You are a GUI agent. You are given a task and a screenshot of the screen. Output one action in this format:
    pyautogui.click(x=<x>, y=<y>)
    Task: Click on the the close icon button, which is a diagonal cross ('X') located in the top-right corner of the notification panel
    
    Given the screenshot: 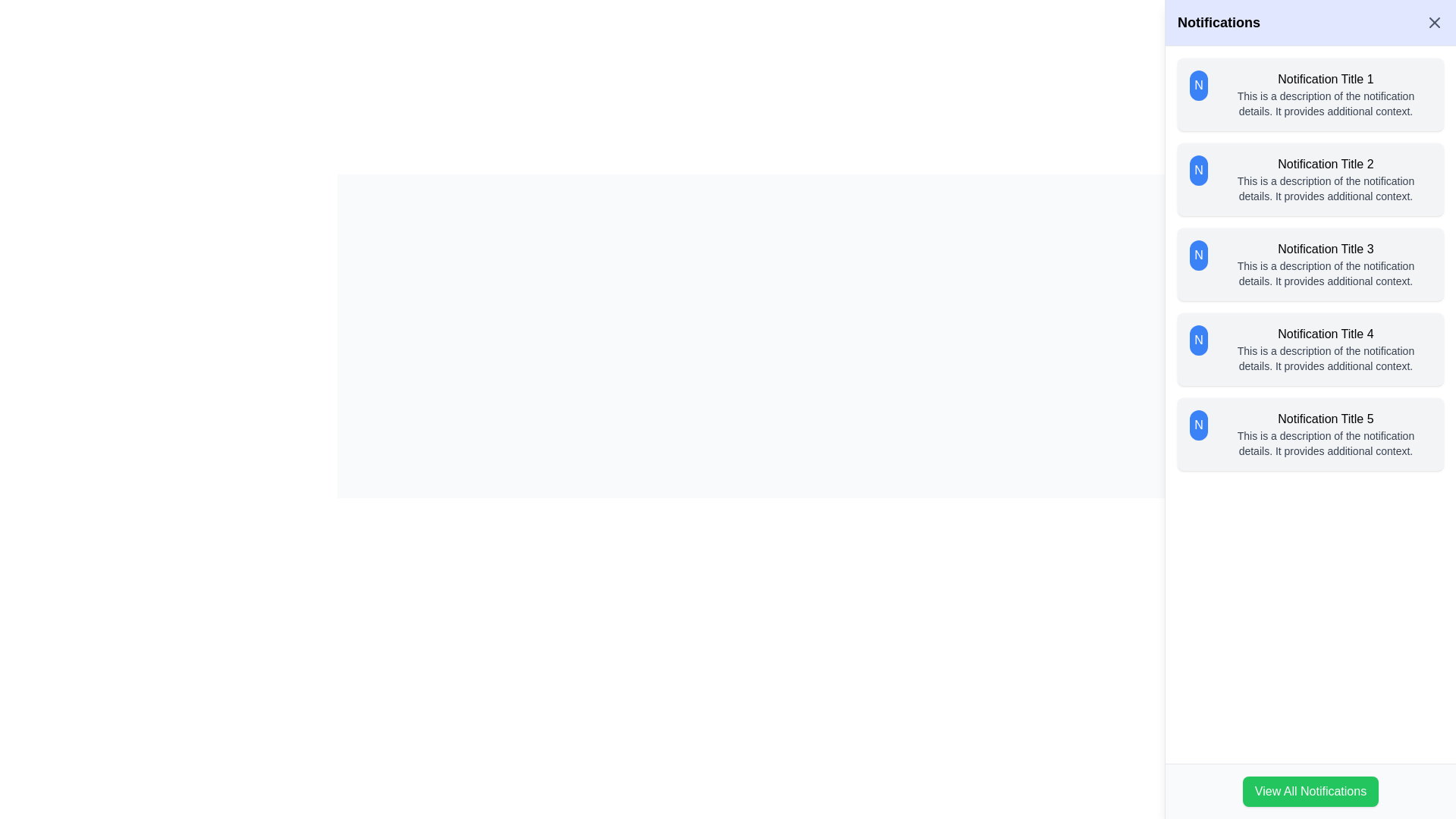 What is the action you would take?
    pyautogui.click(x=1433, y=23)
    